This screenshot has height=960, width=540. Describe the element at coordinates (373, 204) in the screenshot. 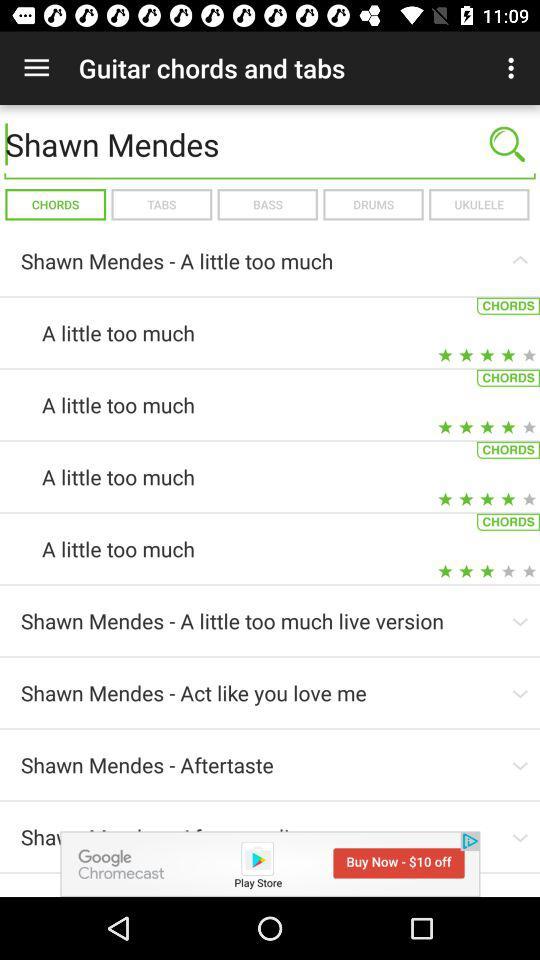

I see `the item above the shawn mendes a item` at that location.